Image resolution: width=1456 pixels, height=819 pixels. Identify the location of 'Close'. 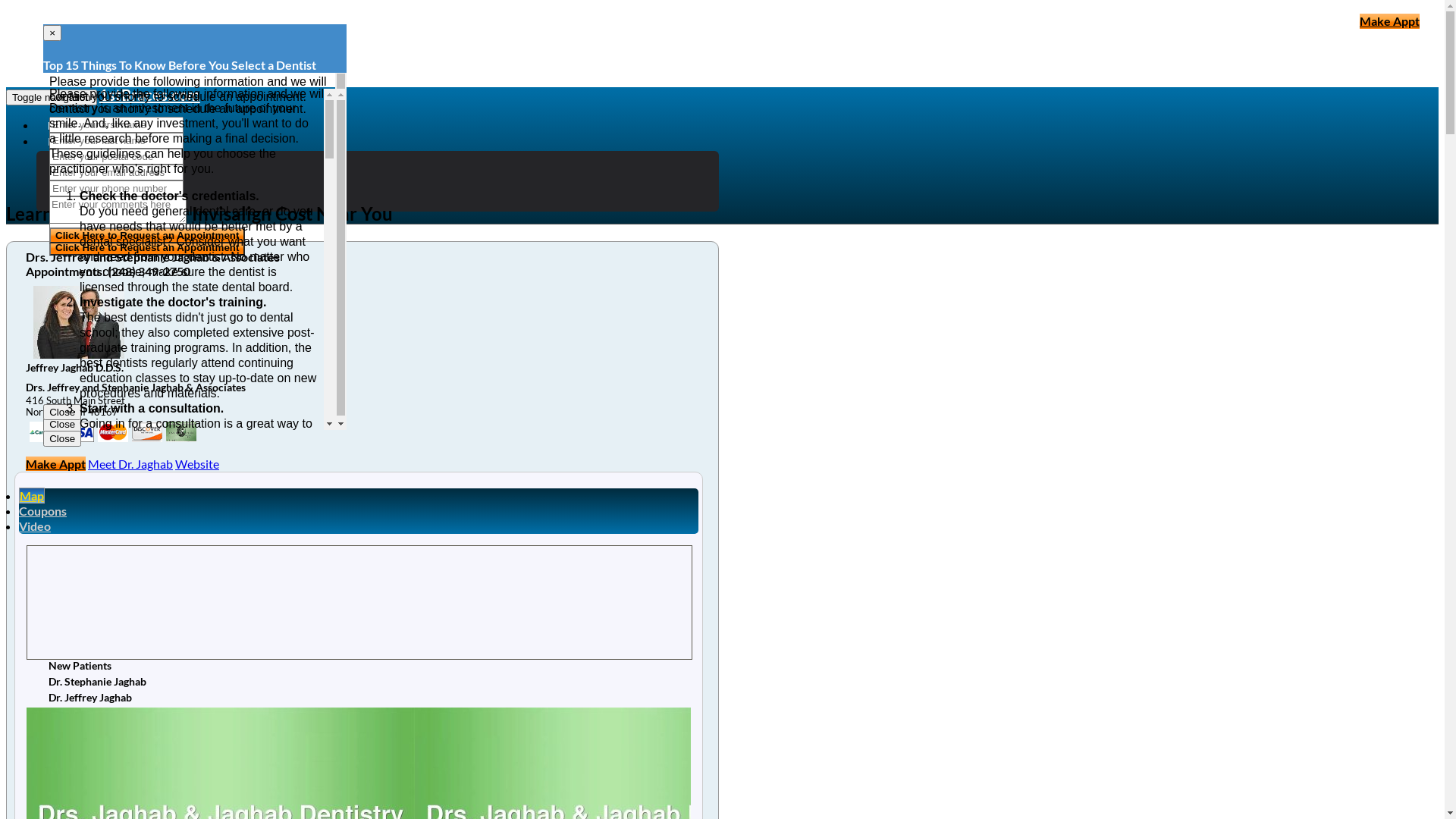
(61, 438).